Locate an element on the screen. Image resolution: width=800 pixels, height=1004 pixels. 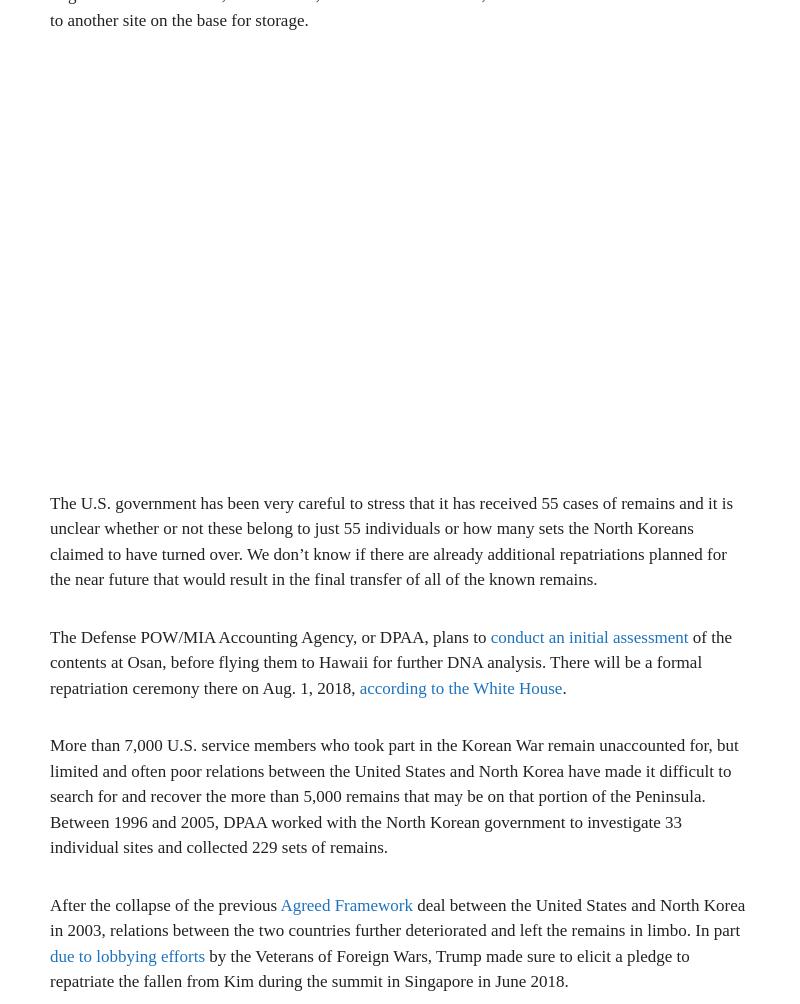
'by the Veterans of Foreign Wars, Trump made sure to elicit a pledge to repatriate the fallen from Kim during the summit in Singapore in June 2018.' is located at coordinates (368, 967).